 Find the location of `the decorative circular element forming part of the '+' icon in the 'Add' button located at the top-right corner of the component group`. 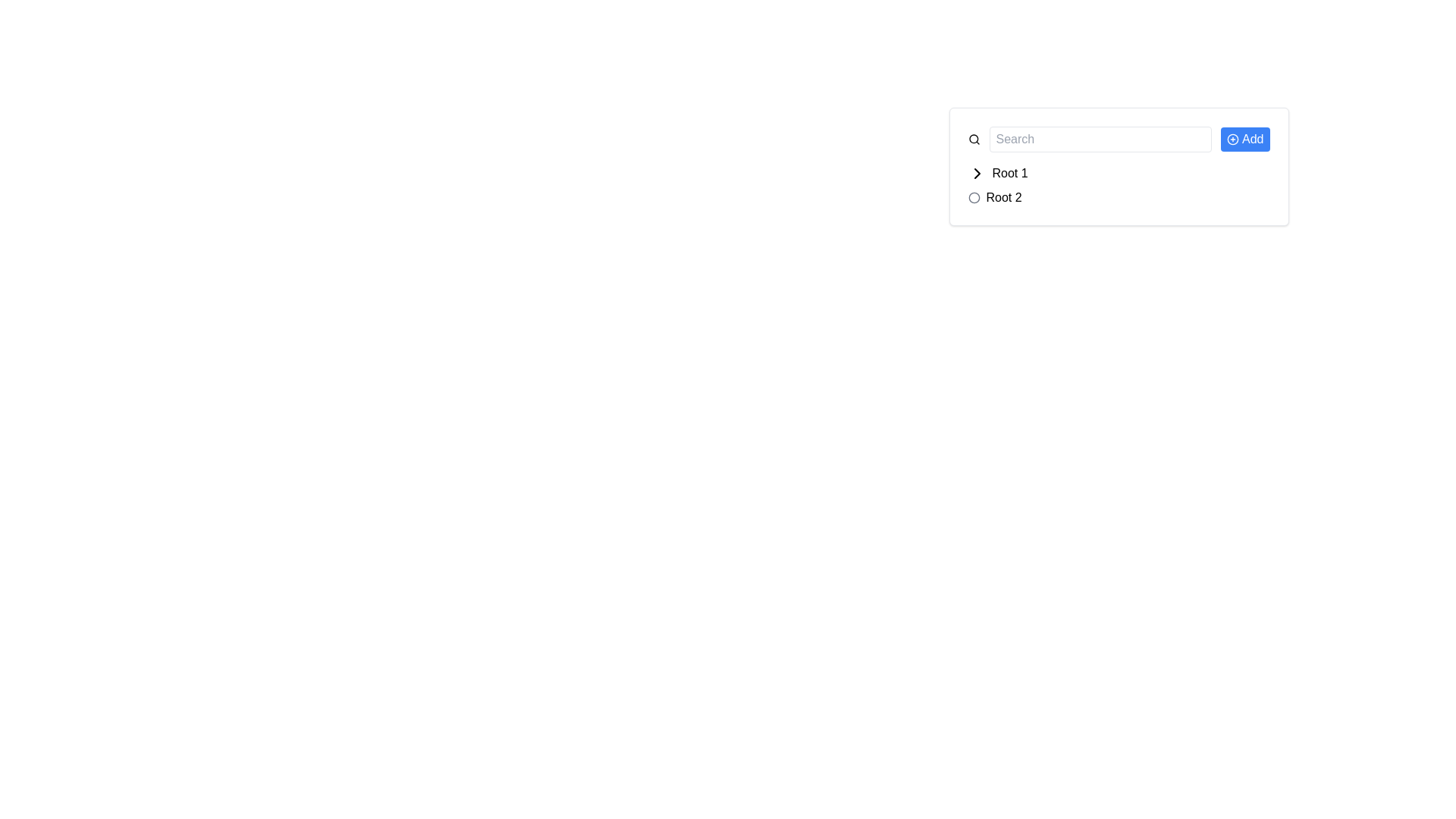

the decorative circular element forming part of the '+' icon in the 'Add' button located at the top-right corner of the component group is located at coordinates (1233, 140).